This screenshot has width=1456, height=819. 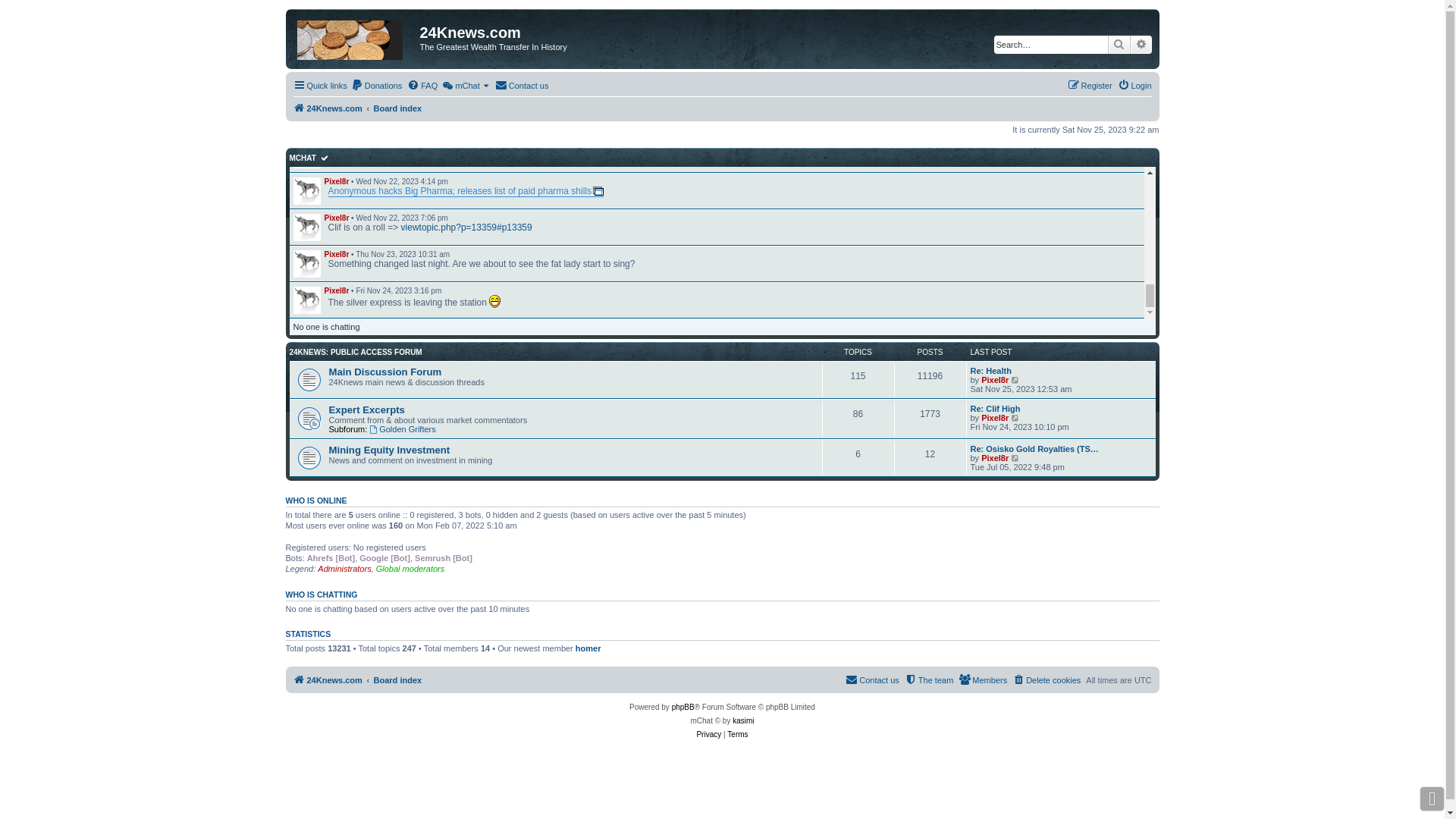 What do you see at coordinates (971, 408) in the screenshot?
I see `'Re: Clif High'` at bounding box center [971, 408].